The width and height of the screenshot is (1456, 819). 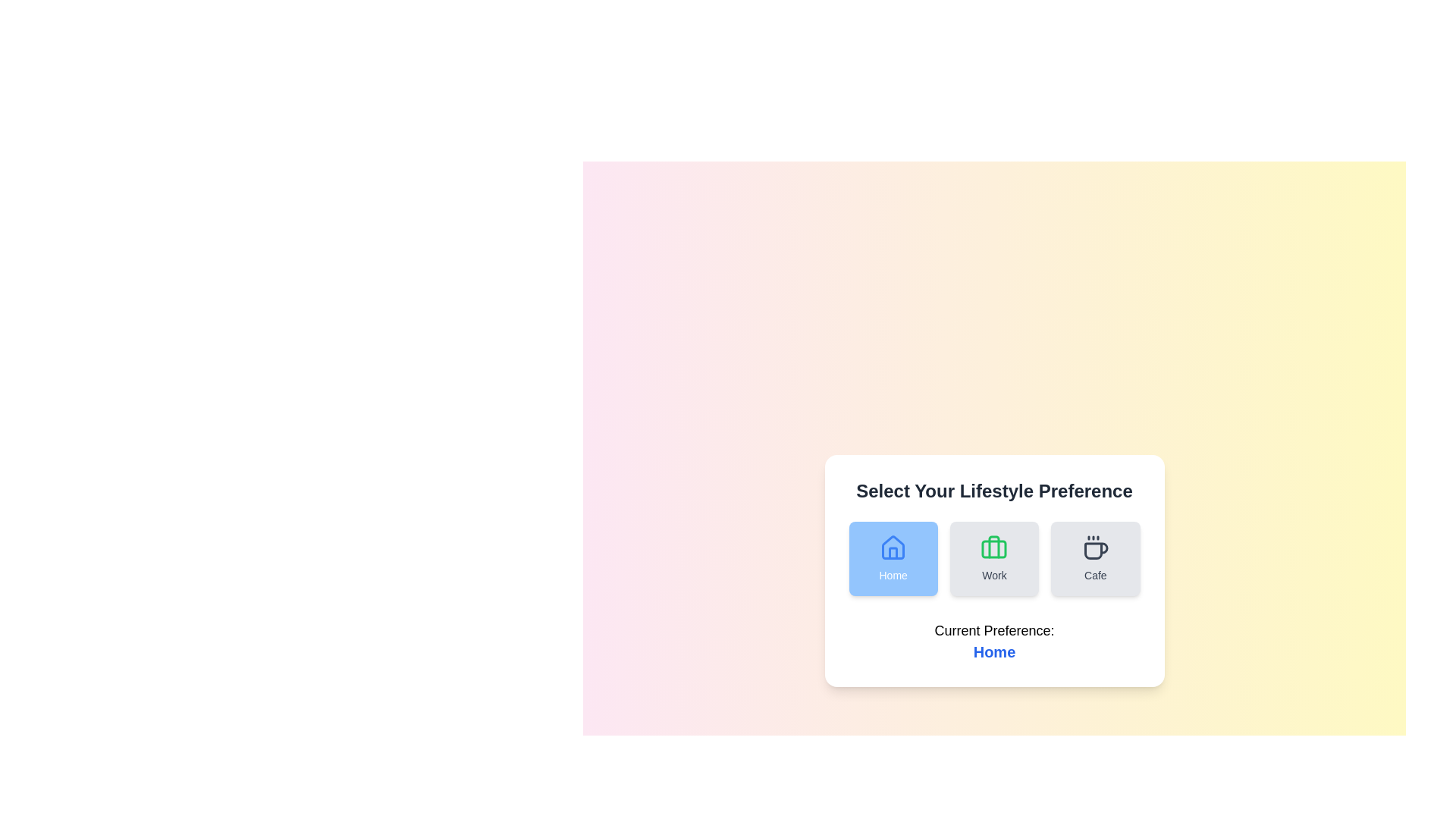 I want to click on the text label displaying 'Current Preference:', which is centrally located in the lower section of the dialog box, positioned above the 'Home' text element, so click(x=994, y=631).